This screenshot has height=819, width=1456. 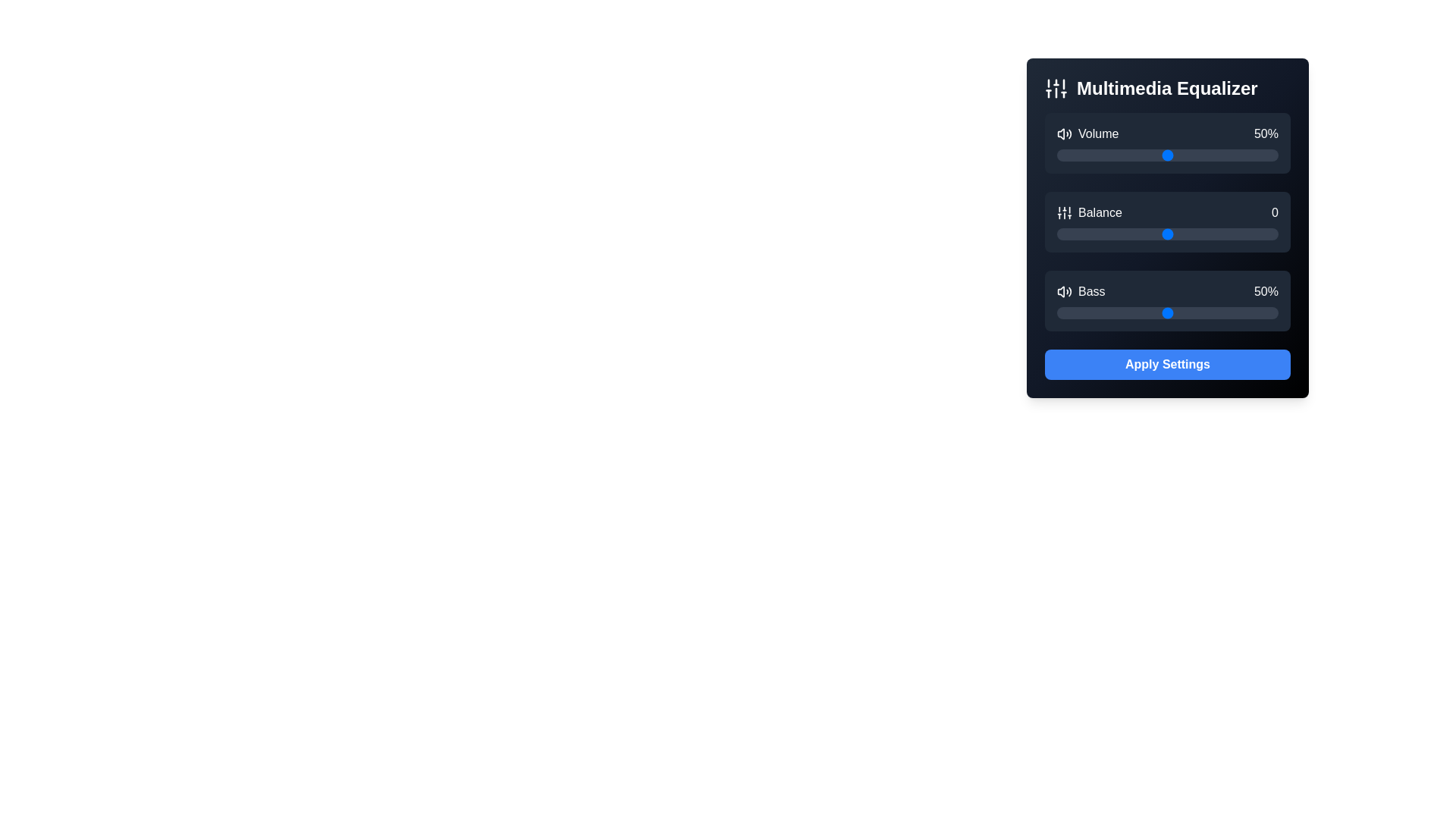 What do you see at coordinates (1245, 234) in the screenshot?
I see `the balance` at bounding box center [1245, 234].